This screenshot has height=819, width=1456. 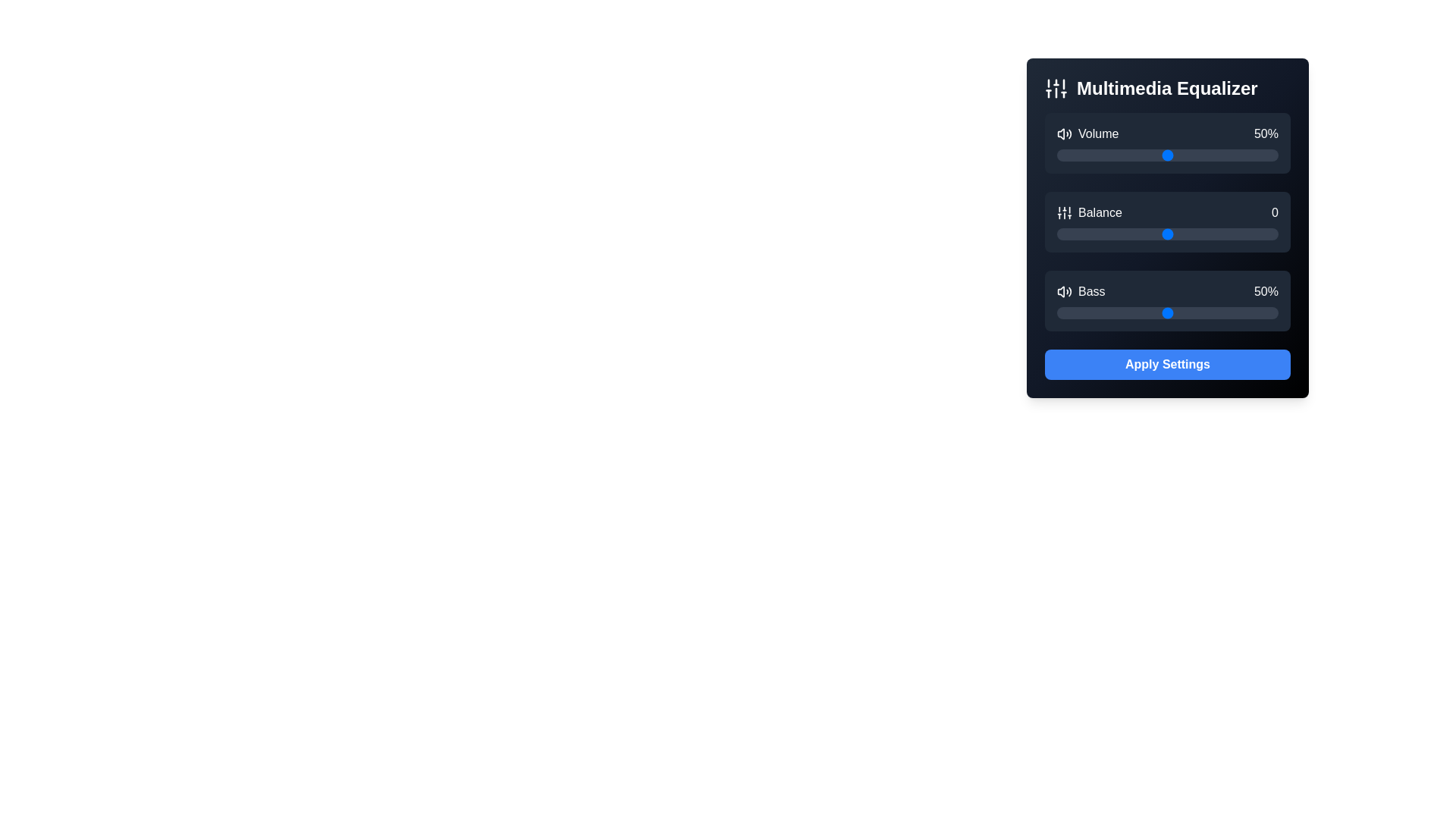 What do you see at coordinates (1245, 234) in the screenshot?
I see `the balance` at bounding box center [1245, 234].